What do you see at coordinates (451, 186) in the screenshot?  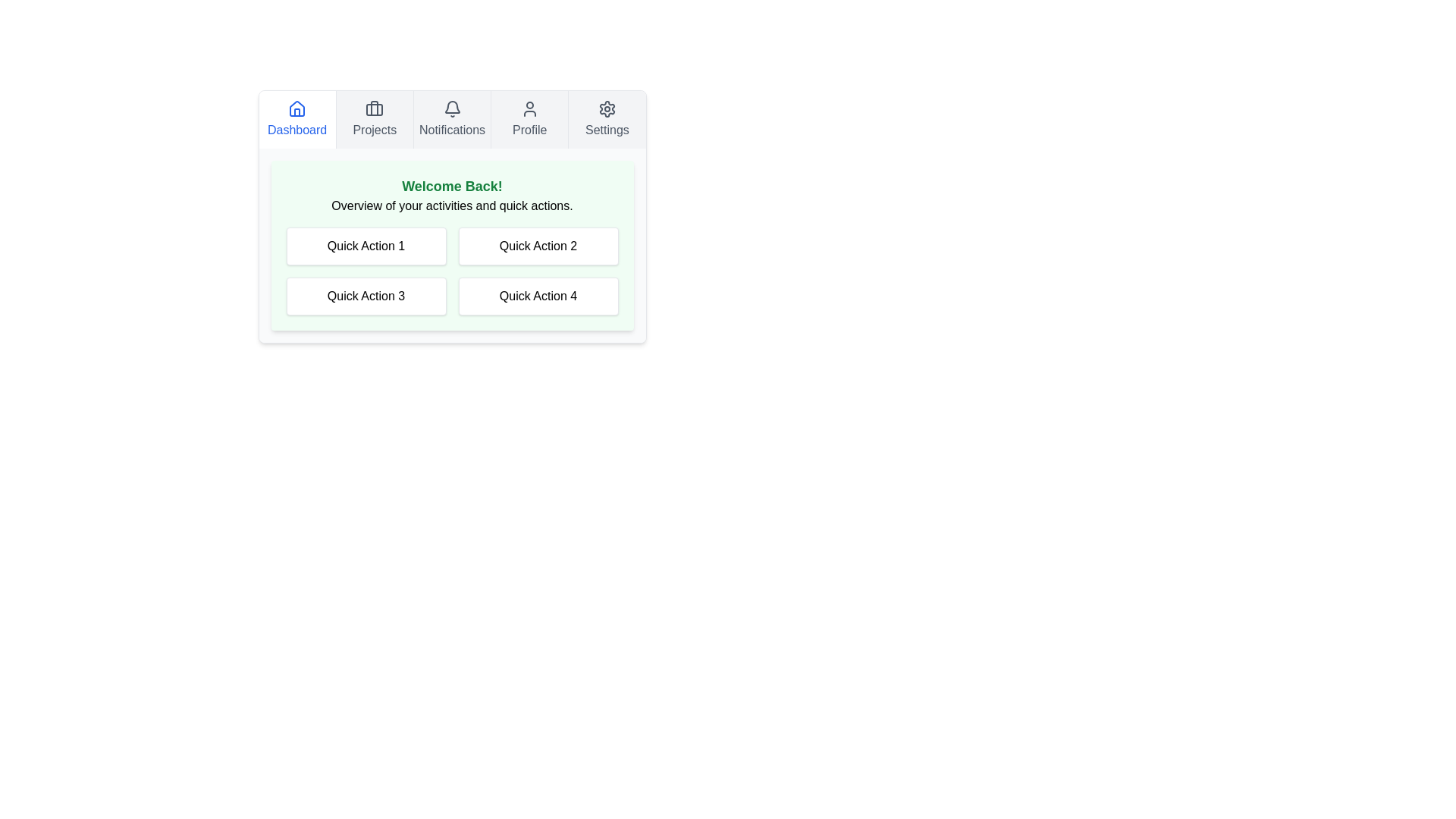 I see `the welcoming Text header that indicates the start of the dashboard section` at bounding box center [451, 186].